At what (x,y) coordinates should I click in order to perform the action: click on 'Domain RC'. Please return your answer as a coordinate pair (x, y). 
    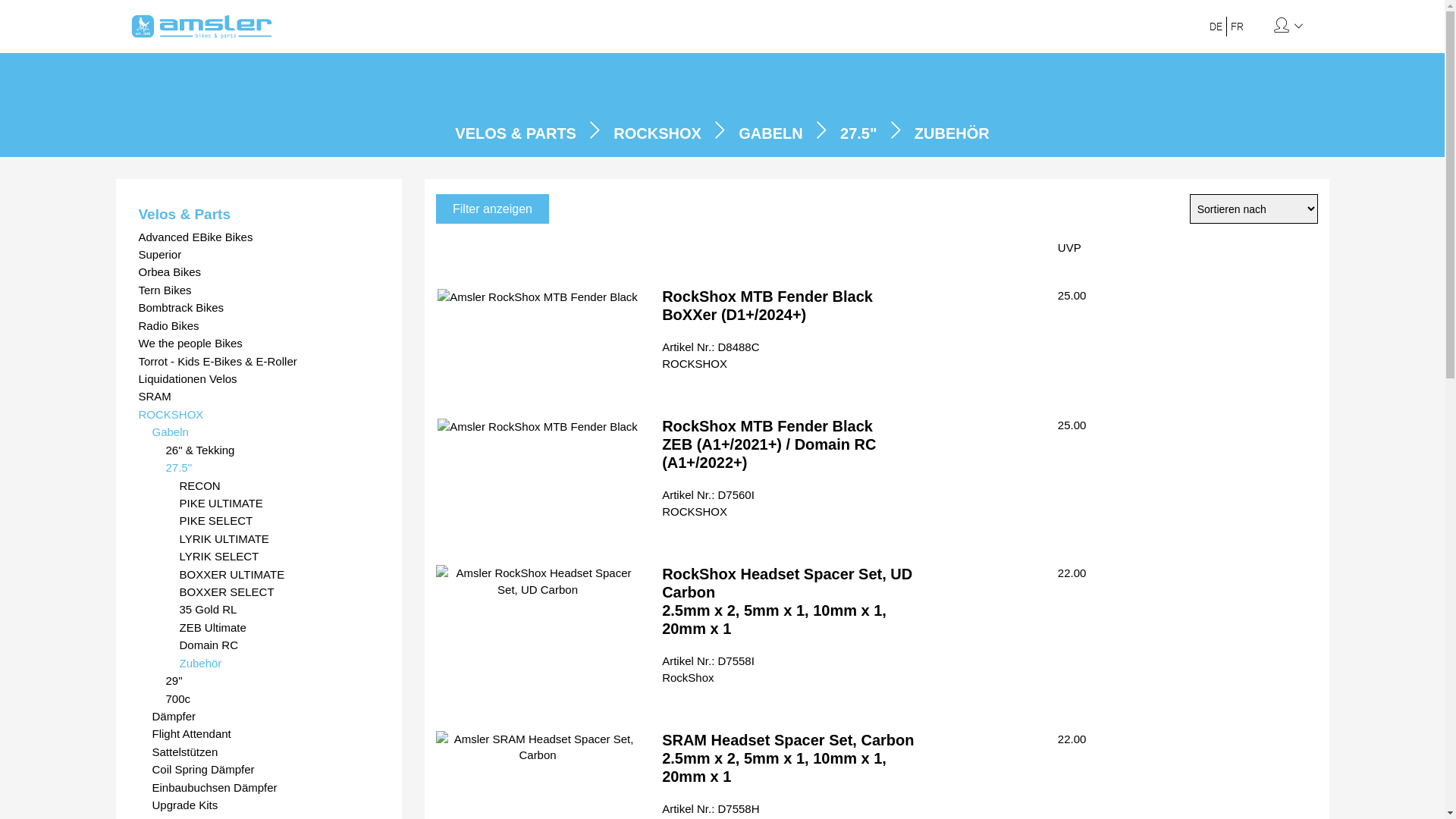
    Looking at the image, I should click on (279, 645).